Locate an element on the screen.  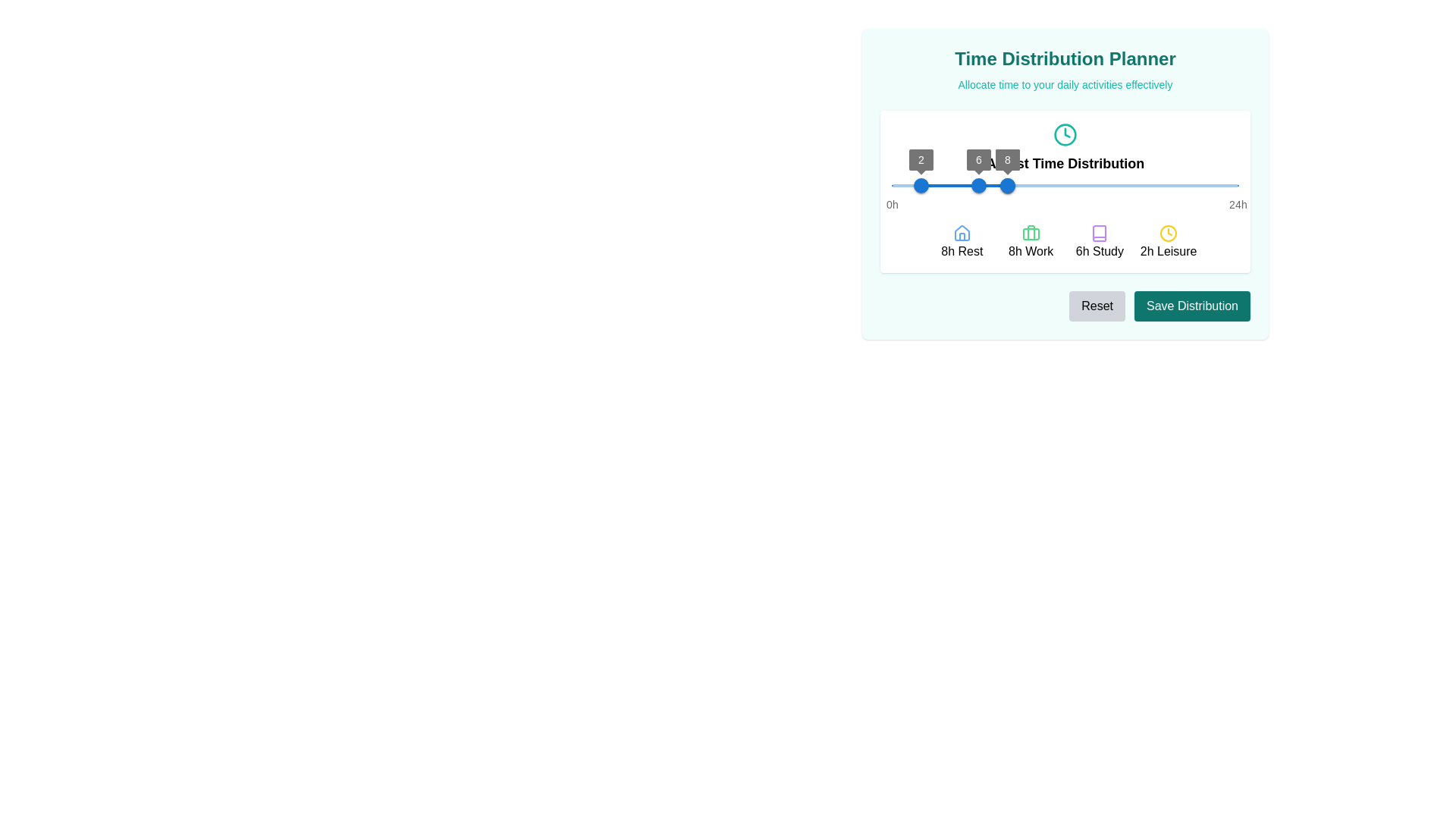
the graphical representation for the 'Rest' category icon located centrally above the '8h Rest' text in the time distribution planning interface is located at coordinates (961, 234).